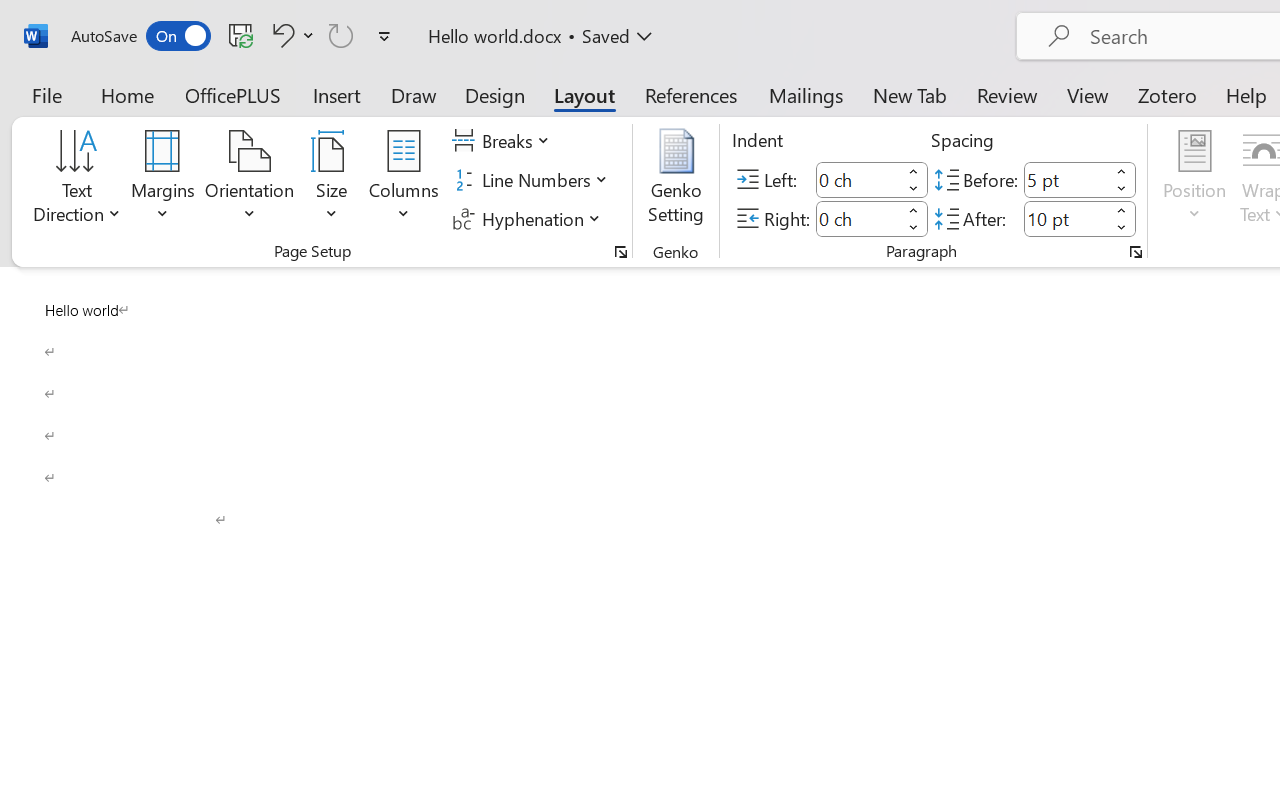  What do you see at coordinates (1087, 94) in the screenshot?
I see `'View'` at bounding box center [1087, 94].